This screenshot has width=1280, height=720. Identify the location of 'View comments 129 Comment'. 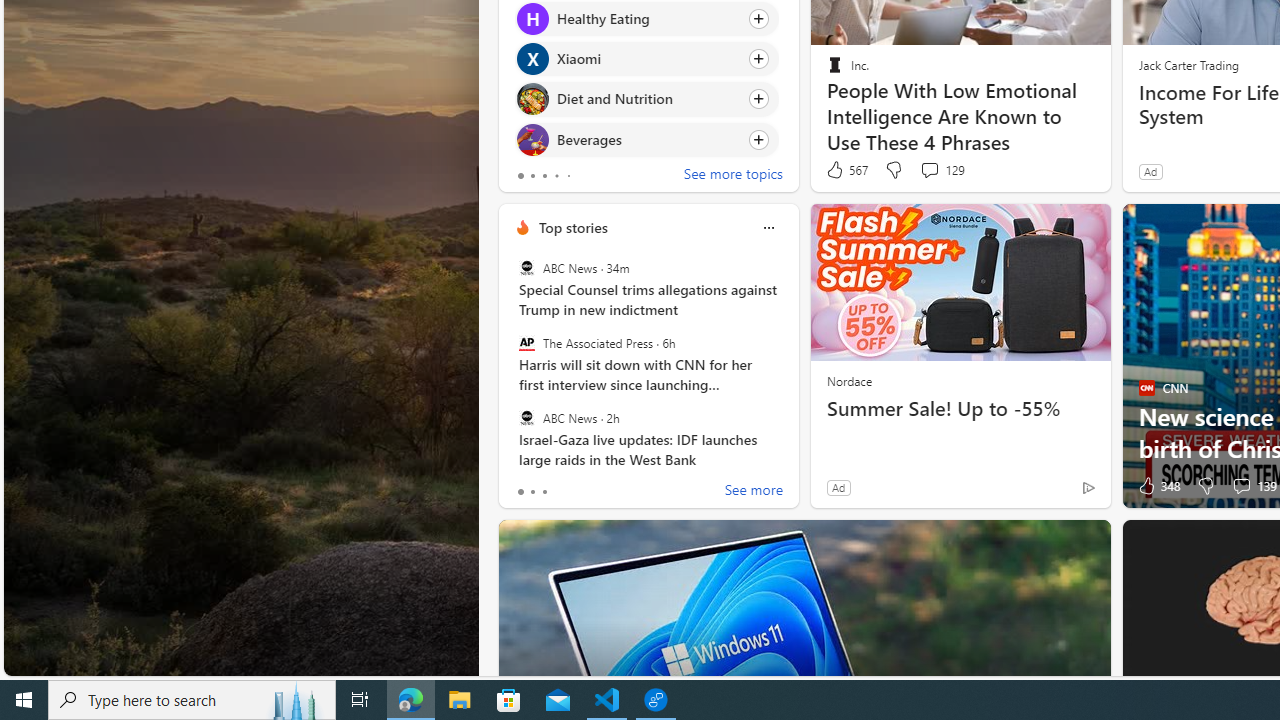
(941, 169).